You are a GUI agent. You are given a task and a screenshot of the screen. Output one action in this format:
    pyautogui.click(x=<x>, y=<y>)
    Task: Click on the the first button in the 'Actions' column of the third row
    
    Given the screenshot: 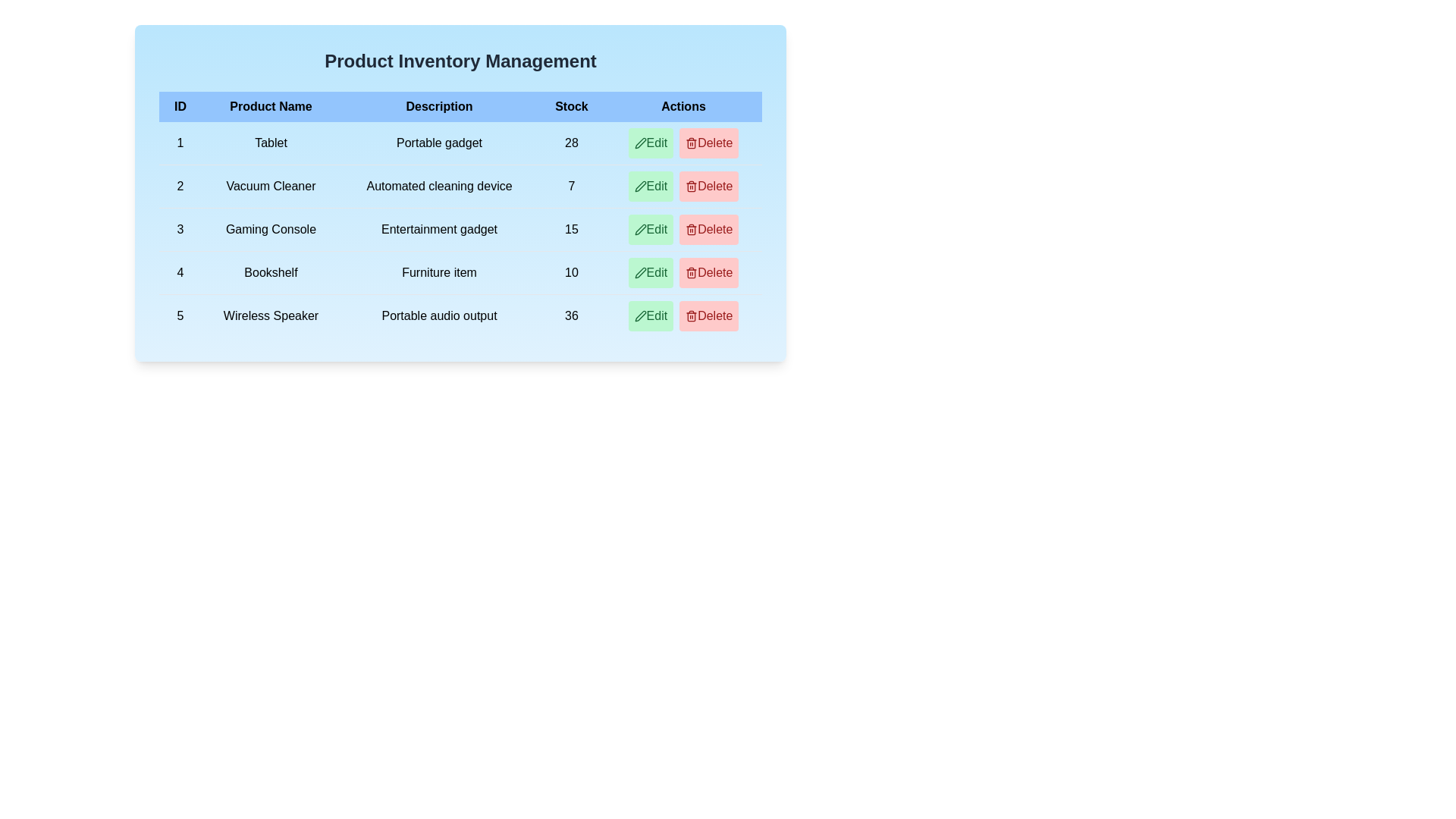 What is the action you would take?
    pyautogui.click(x=651, y=230)
    